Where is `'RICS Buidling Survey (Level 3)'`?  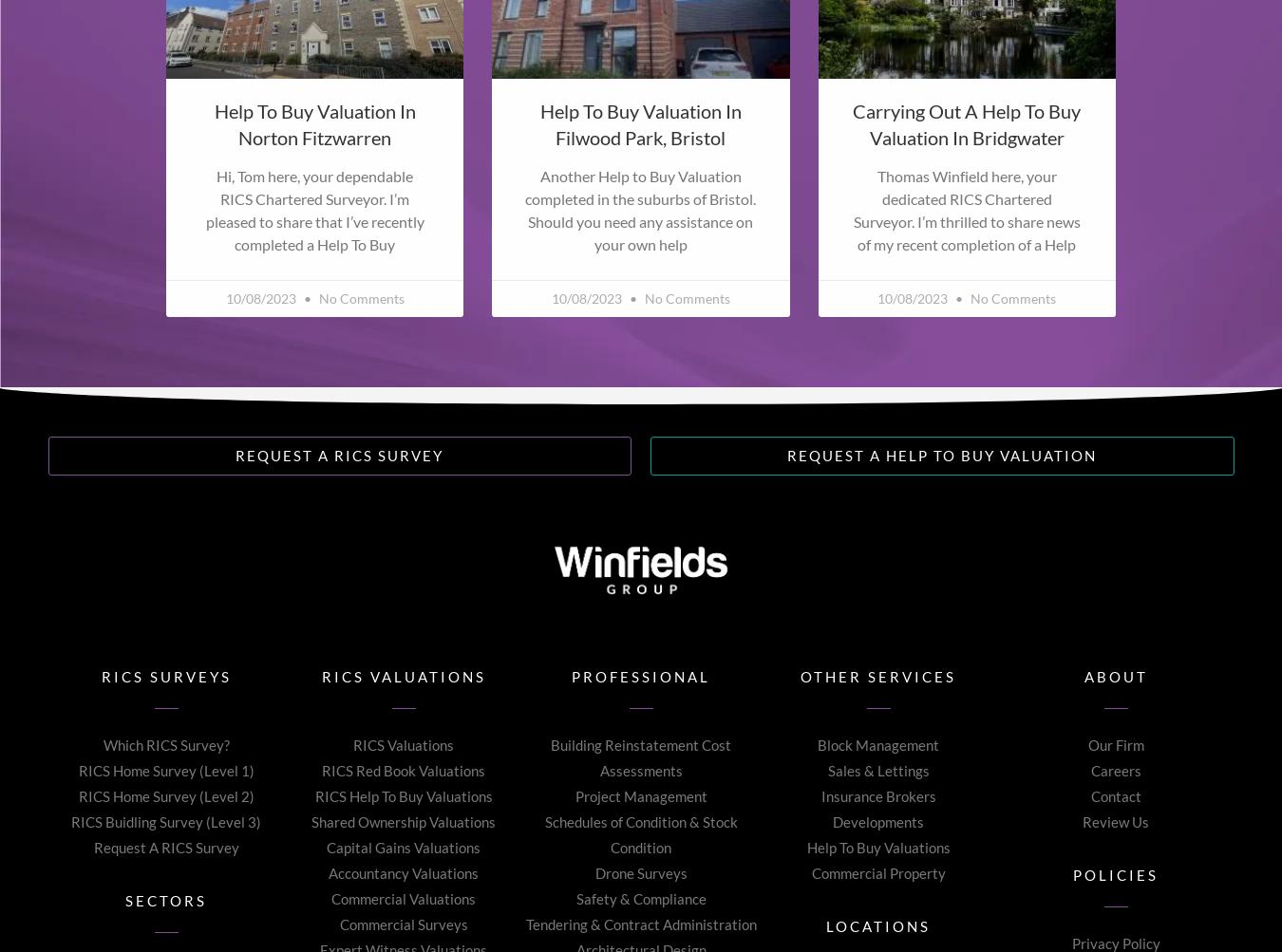
'RICS Buidling Survey (Level 3)' is located at coordinates (165, 821).